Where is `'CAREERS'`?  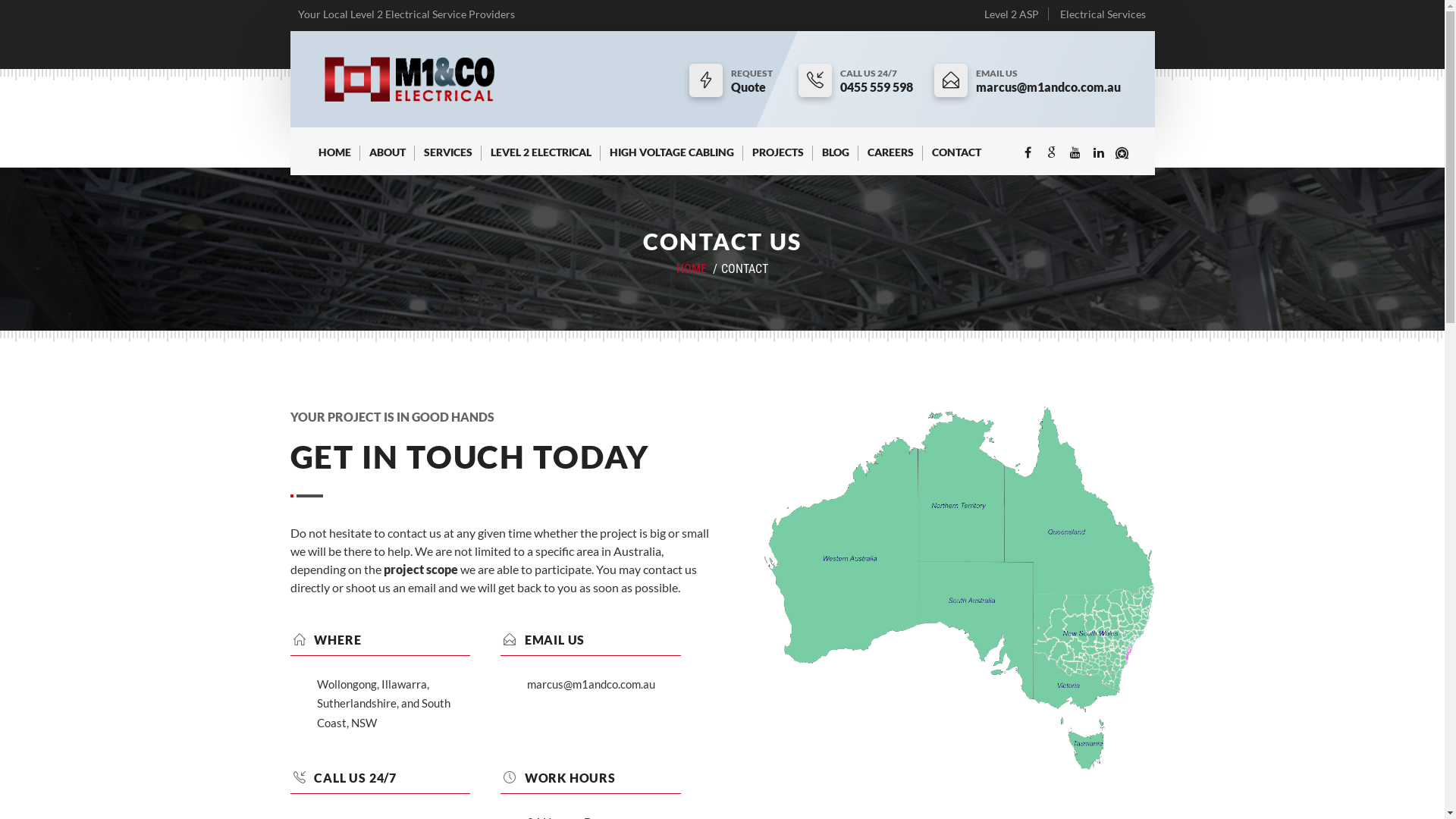
'CAREERS' is located at coordinates (890, 158).